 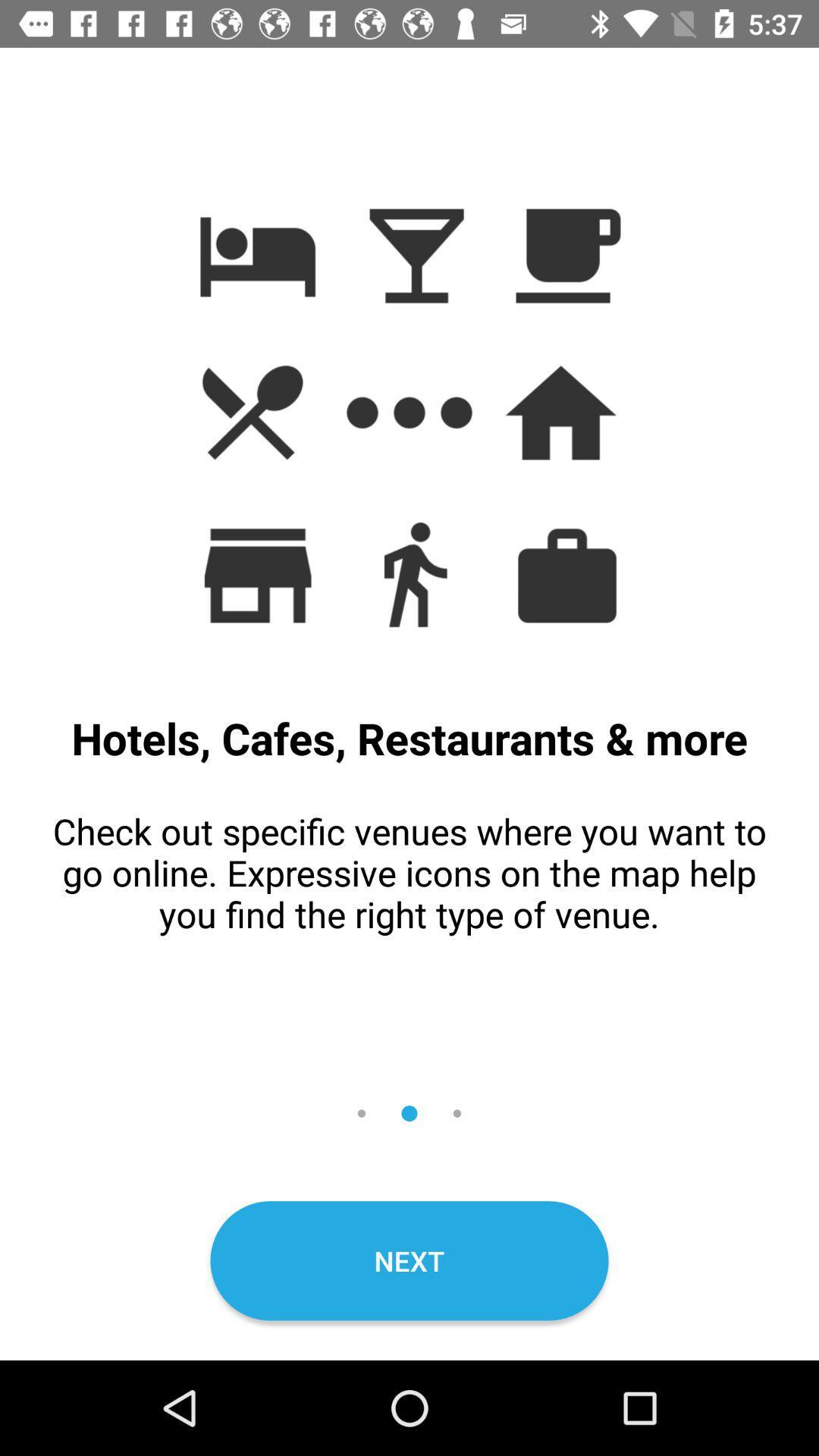 What do you see at coordinates (409, 1260) in the screenshot?
I see `the icon below check out specific icon` at bounding box center [409, 1260].